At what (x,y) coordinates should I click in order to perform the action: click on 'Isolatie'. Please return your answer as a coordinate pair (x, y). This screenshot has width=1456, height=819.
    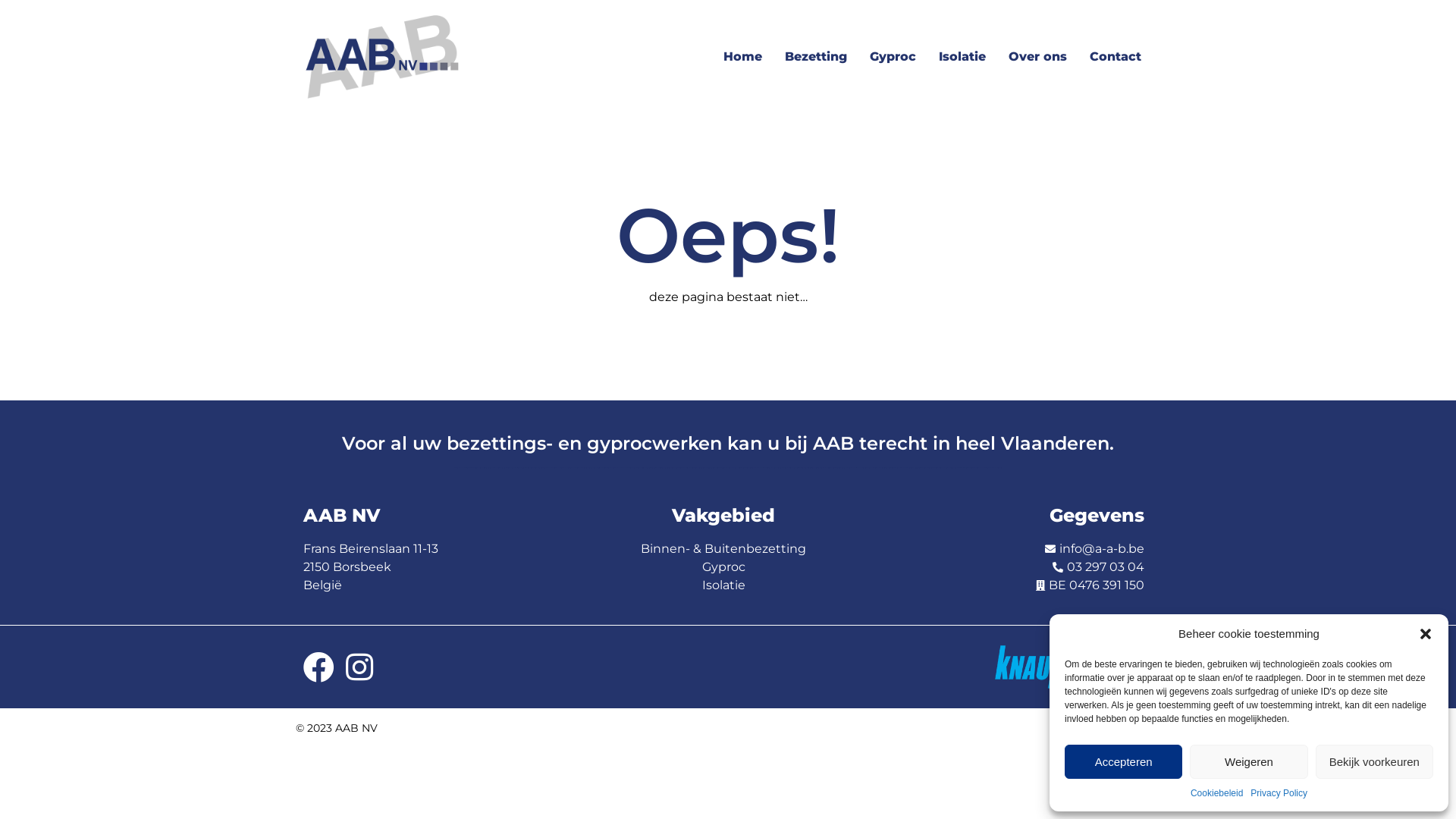
    Looking at the image, I should click on (961, 55).